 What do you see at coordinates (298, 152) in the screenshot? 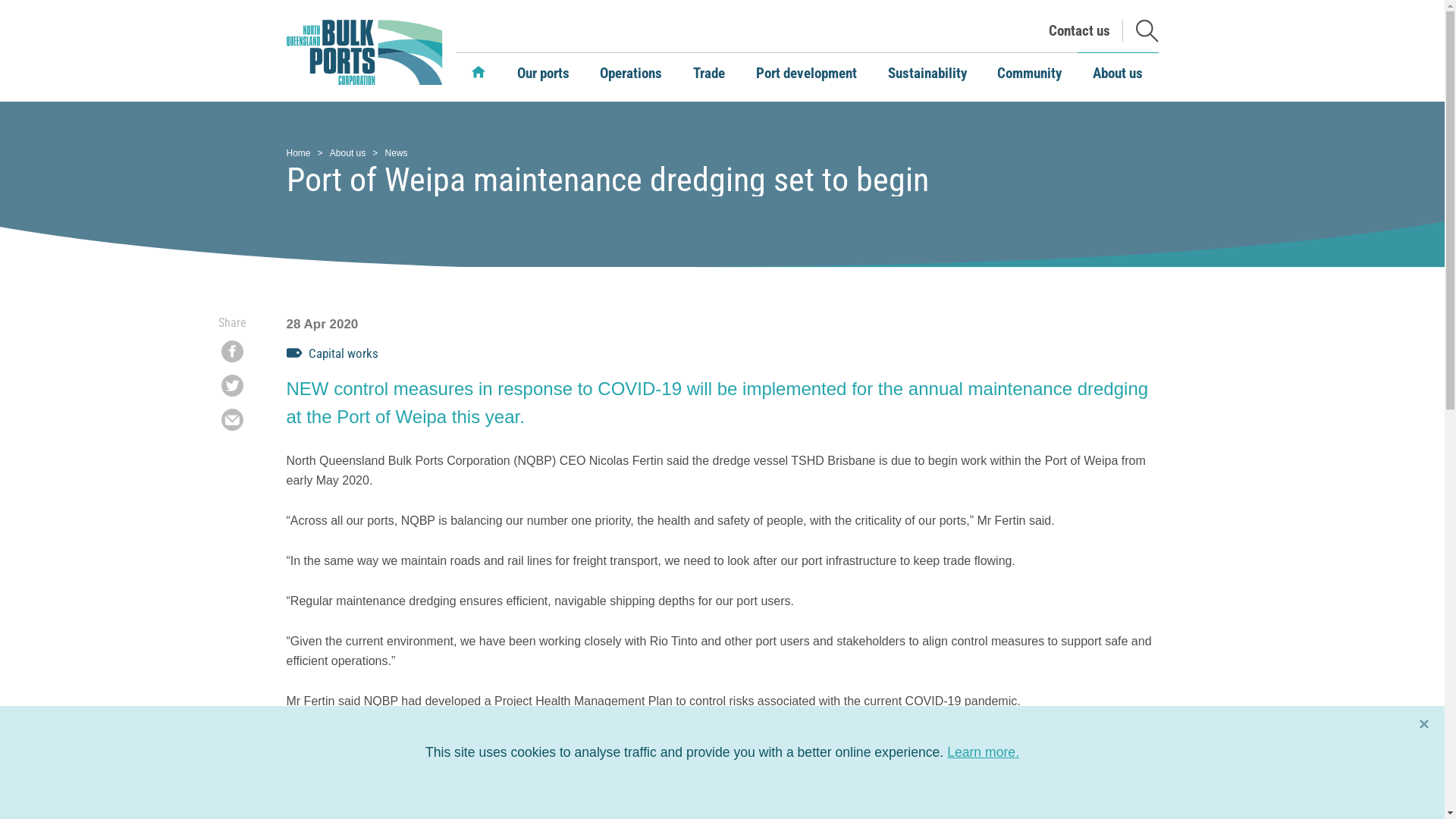
I see `'Home'` at bounding box center [298, 152].